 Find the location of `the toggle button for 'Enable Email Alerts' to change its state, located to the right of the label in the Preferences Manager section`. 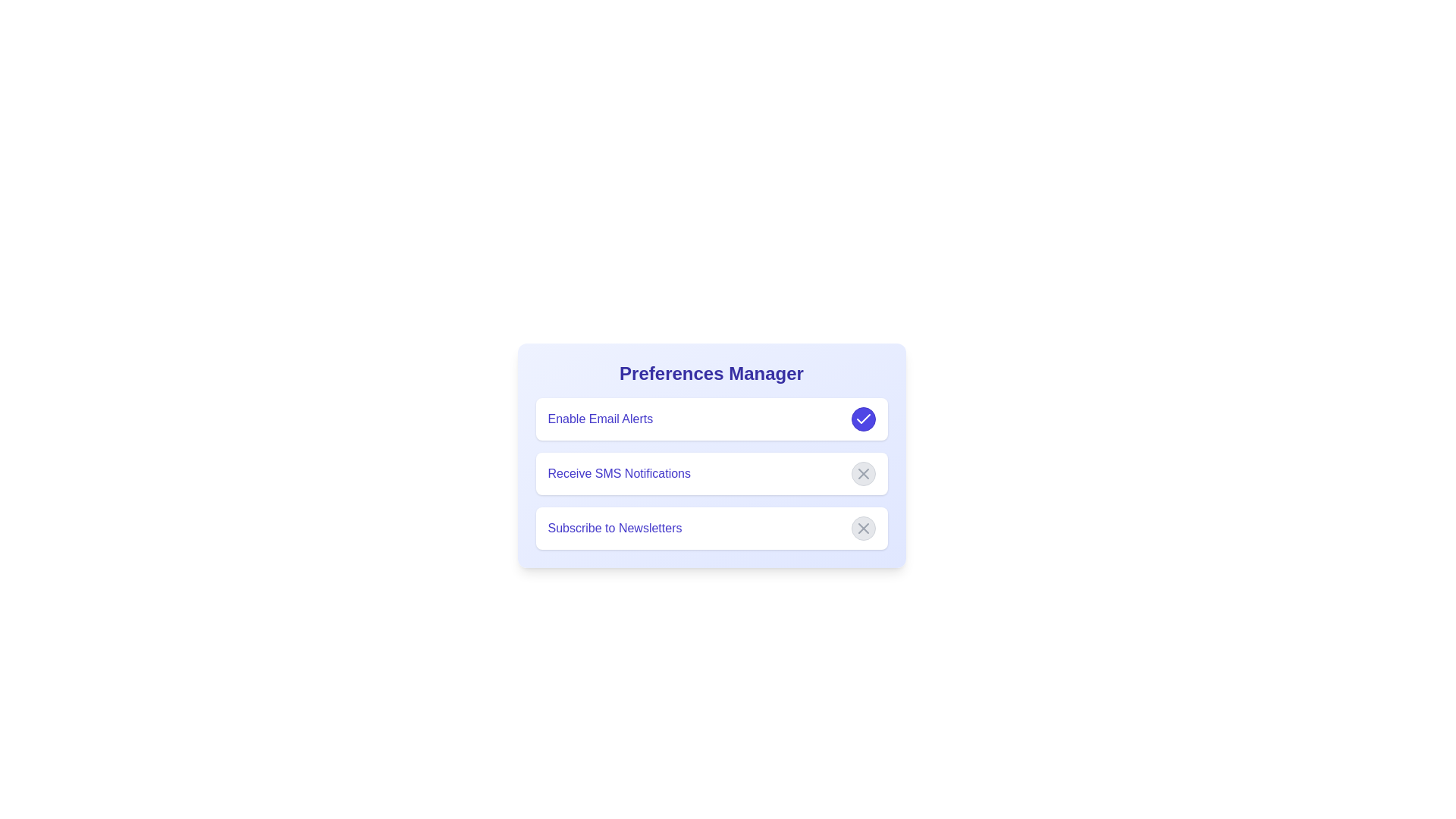

the toggle button for 'Enable Email Alerts' to change its state, located to the right of the label in the Preferences Manager section is located at coordinates (863, 419).